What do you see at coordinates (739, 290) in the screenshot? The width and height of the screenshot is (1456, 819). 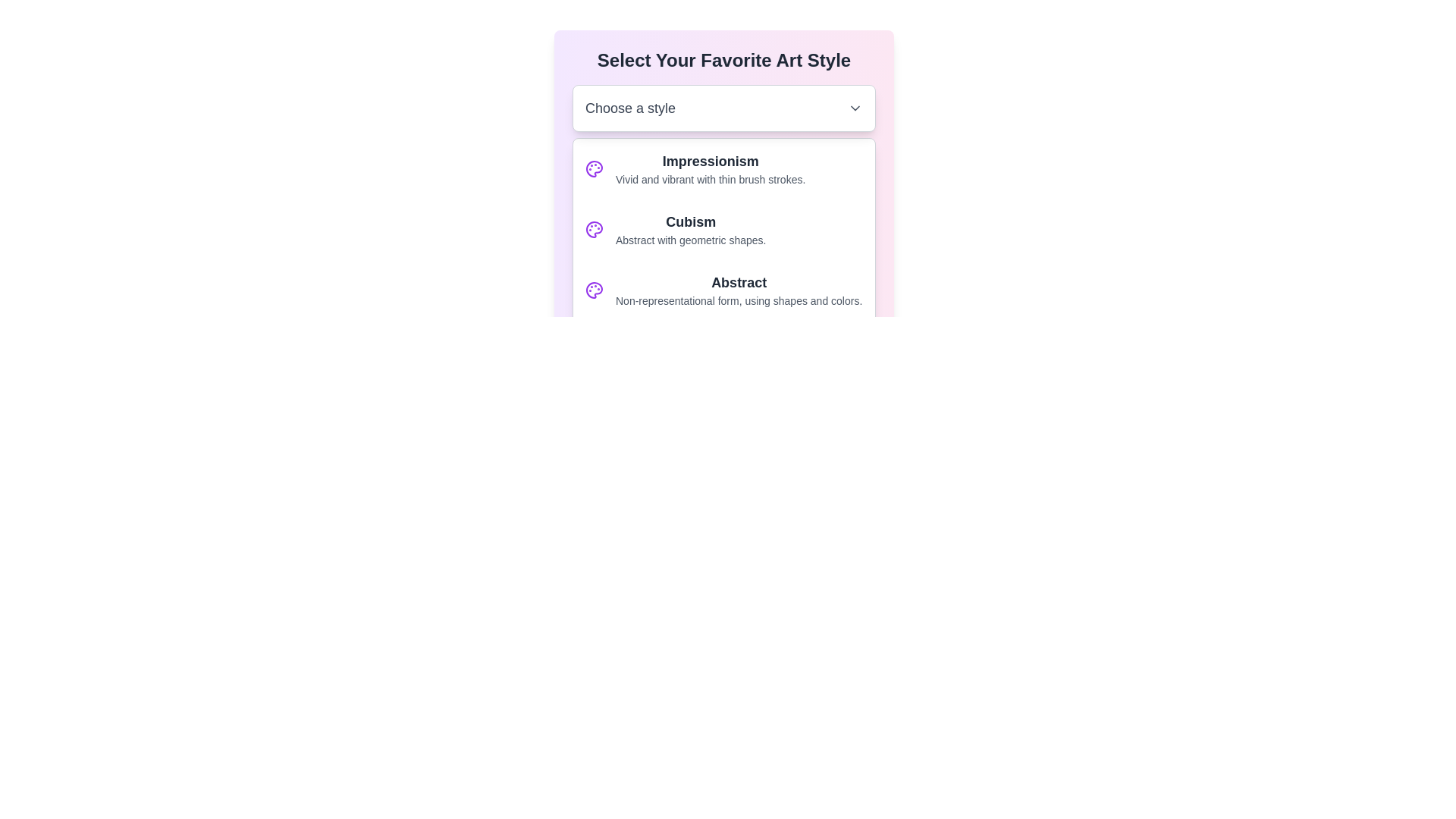 I see `the 'Abstract' art style option, which is located in the third row of the selection menu` at bounding box center [739, 290].